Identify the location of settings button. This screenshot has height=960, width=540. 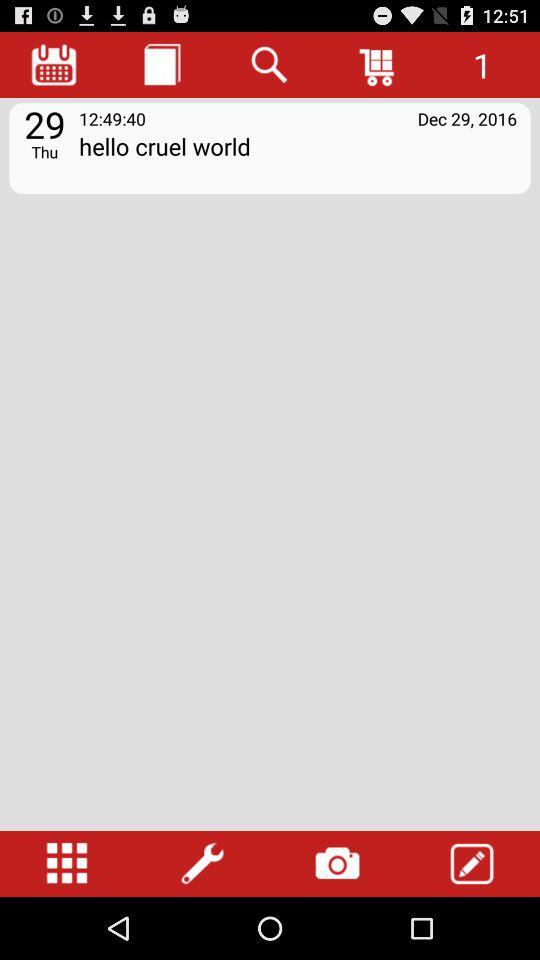
(202, 863).